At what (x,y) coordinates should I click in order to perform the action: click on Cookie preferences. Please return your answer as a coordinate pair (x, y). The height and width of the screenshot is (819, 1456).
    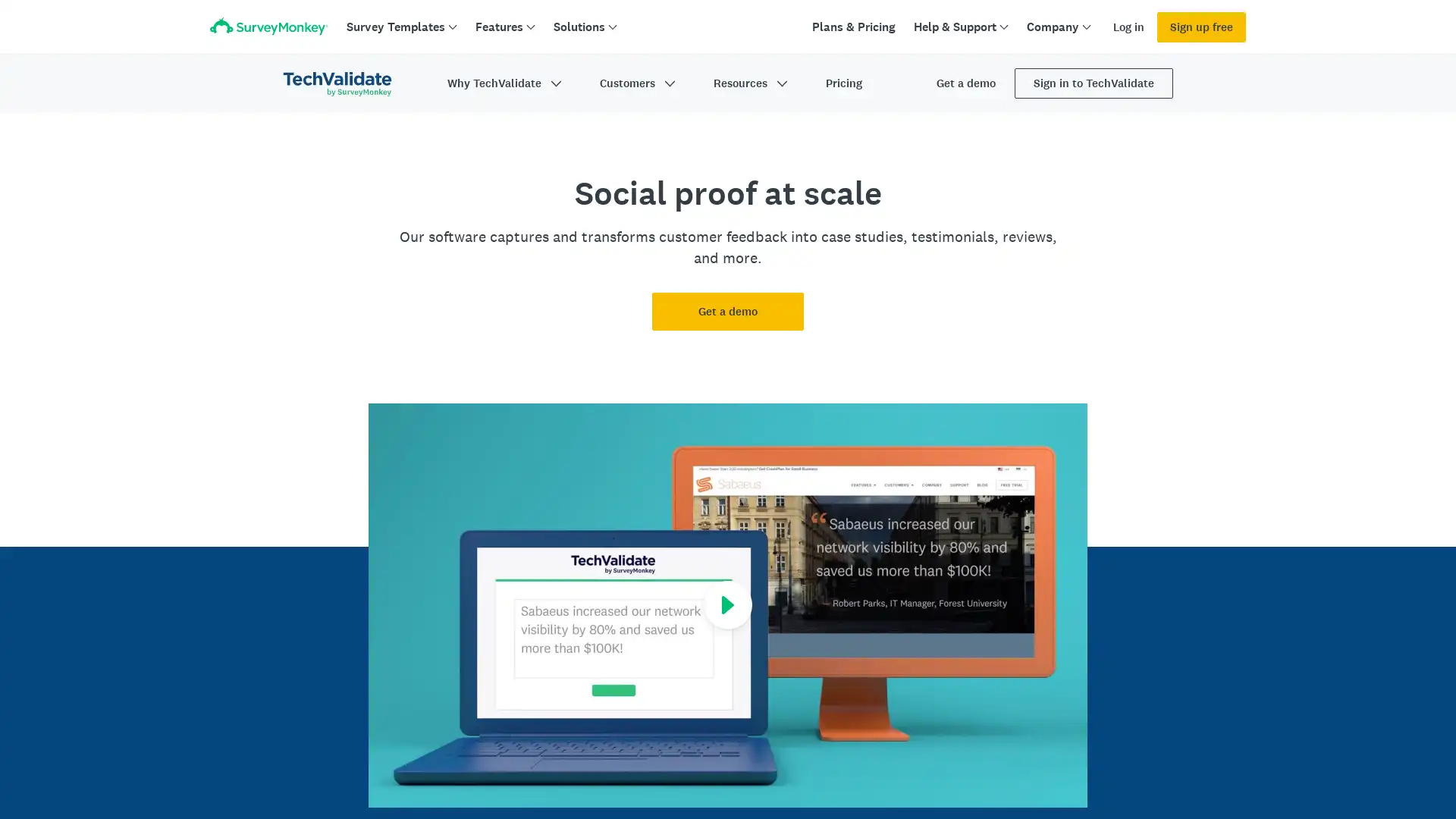
    Looking at the image, I should click on (1058, 765).